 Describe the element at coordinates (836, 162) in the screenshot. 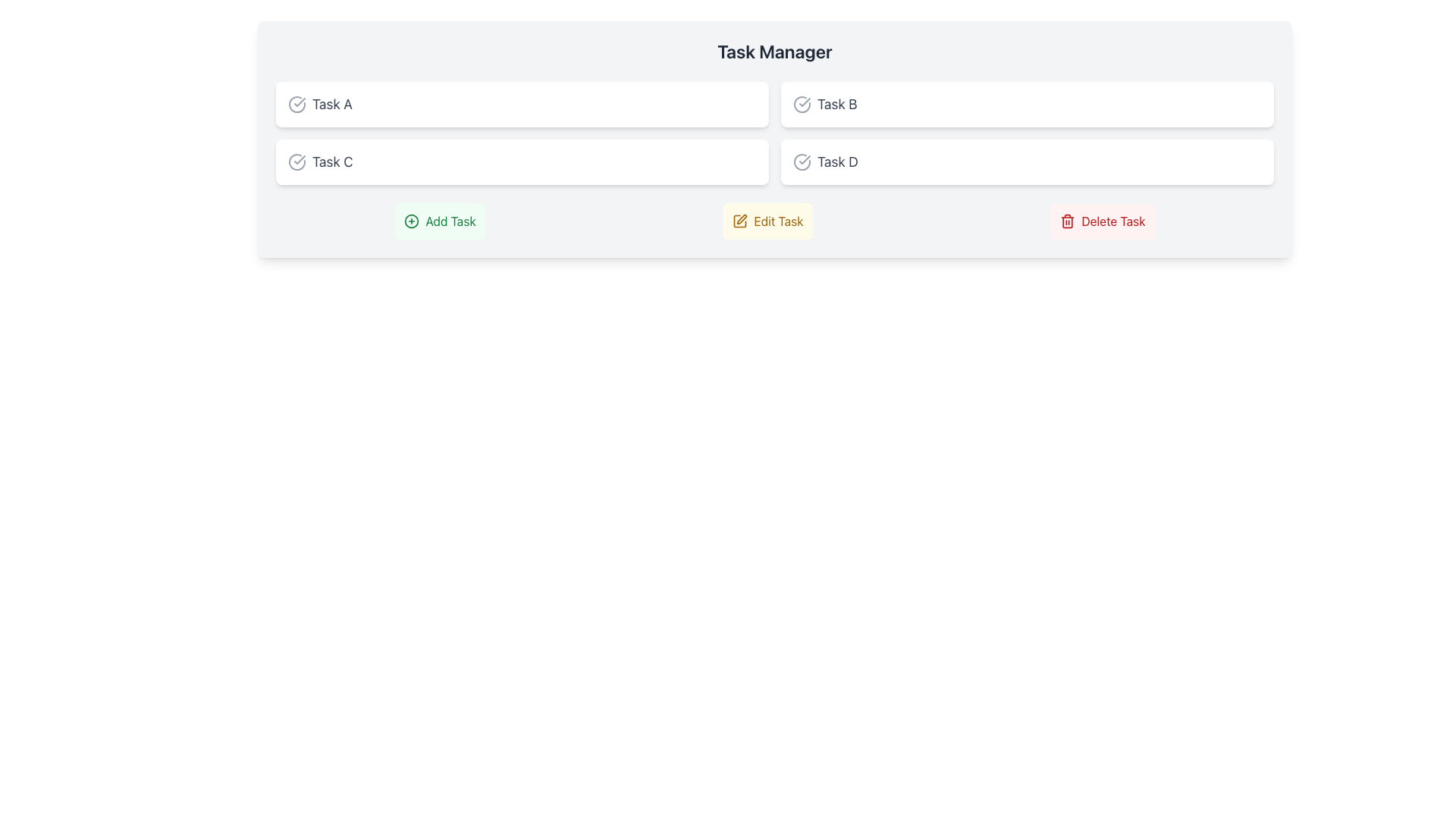

I see `the text label 'Task D' which is styled with a large gray font and is located in the top-right section of the interface, part of a card-like element` at that location.